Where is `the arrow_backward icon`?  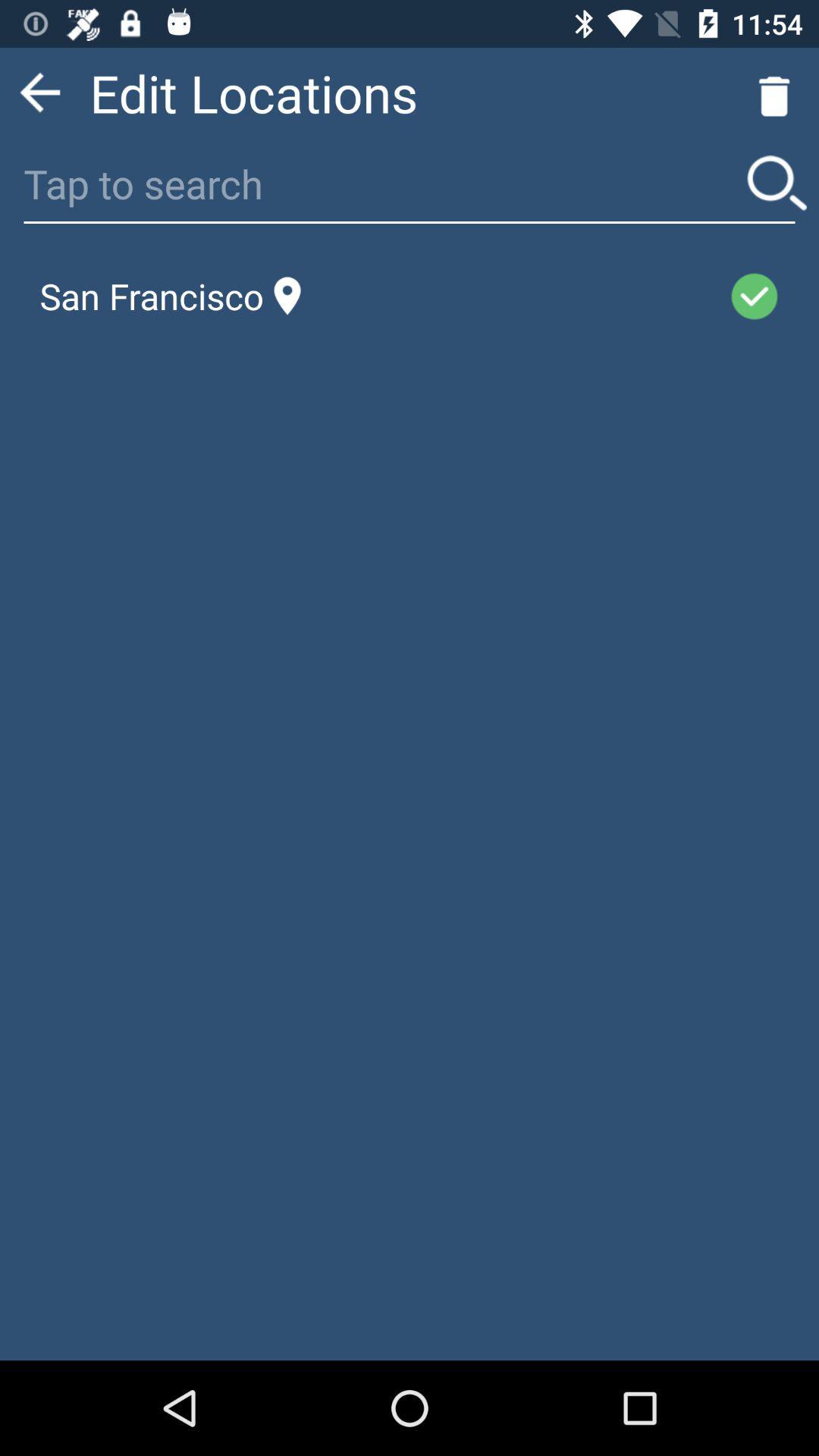 the arrow_backward icon is located at coordinates (39, 91).